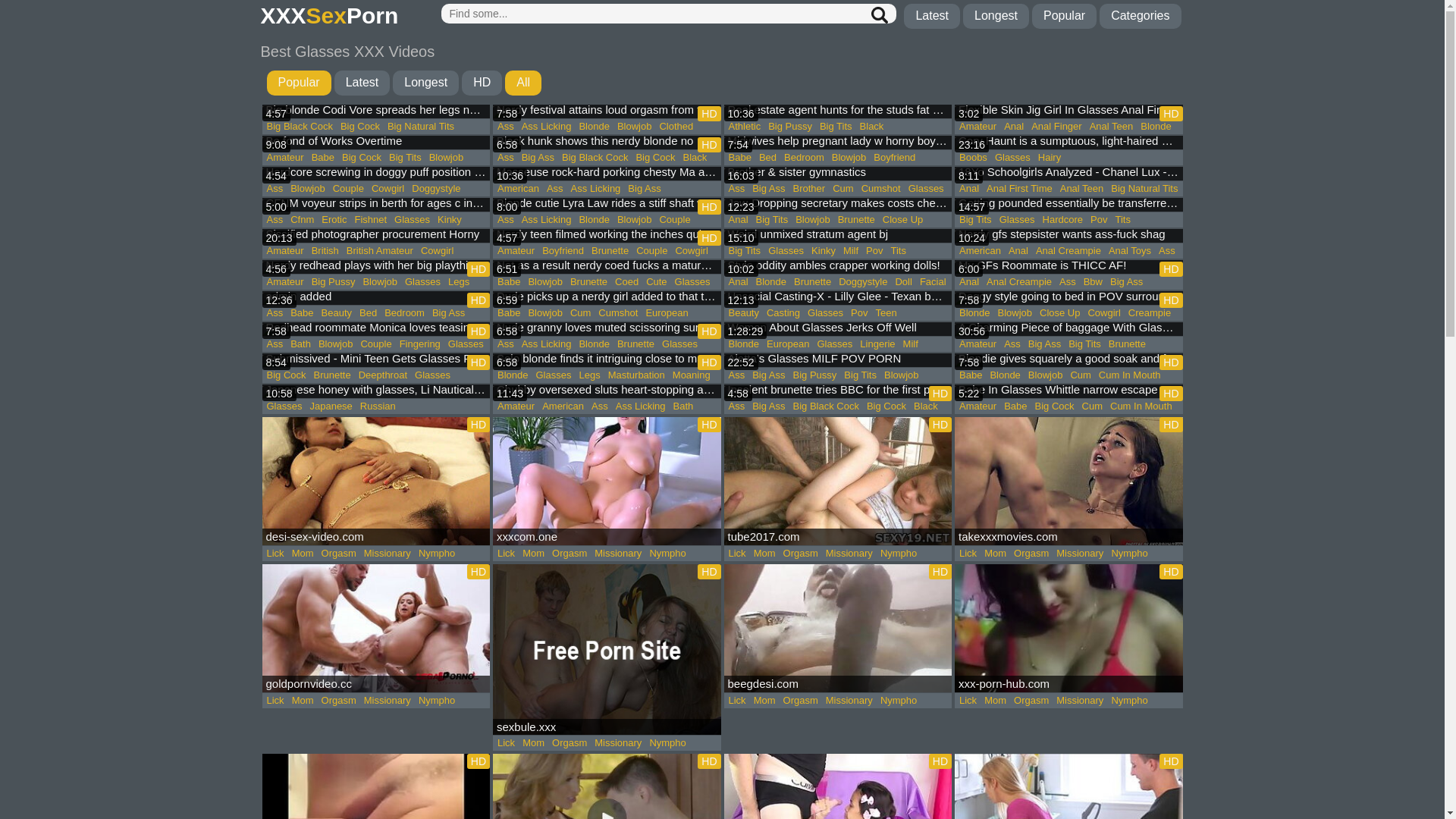 The width and height of the screenshot is (1456, 819). Describe the element at coordinates (262, 344) in the screenshot. I see `'Ass'` at that location.